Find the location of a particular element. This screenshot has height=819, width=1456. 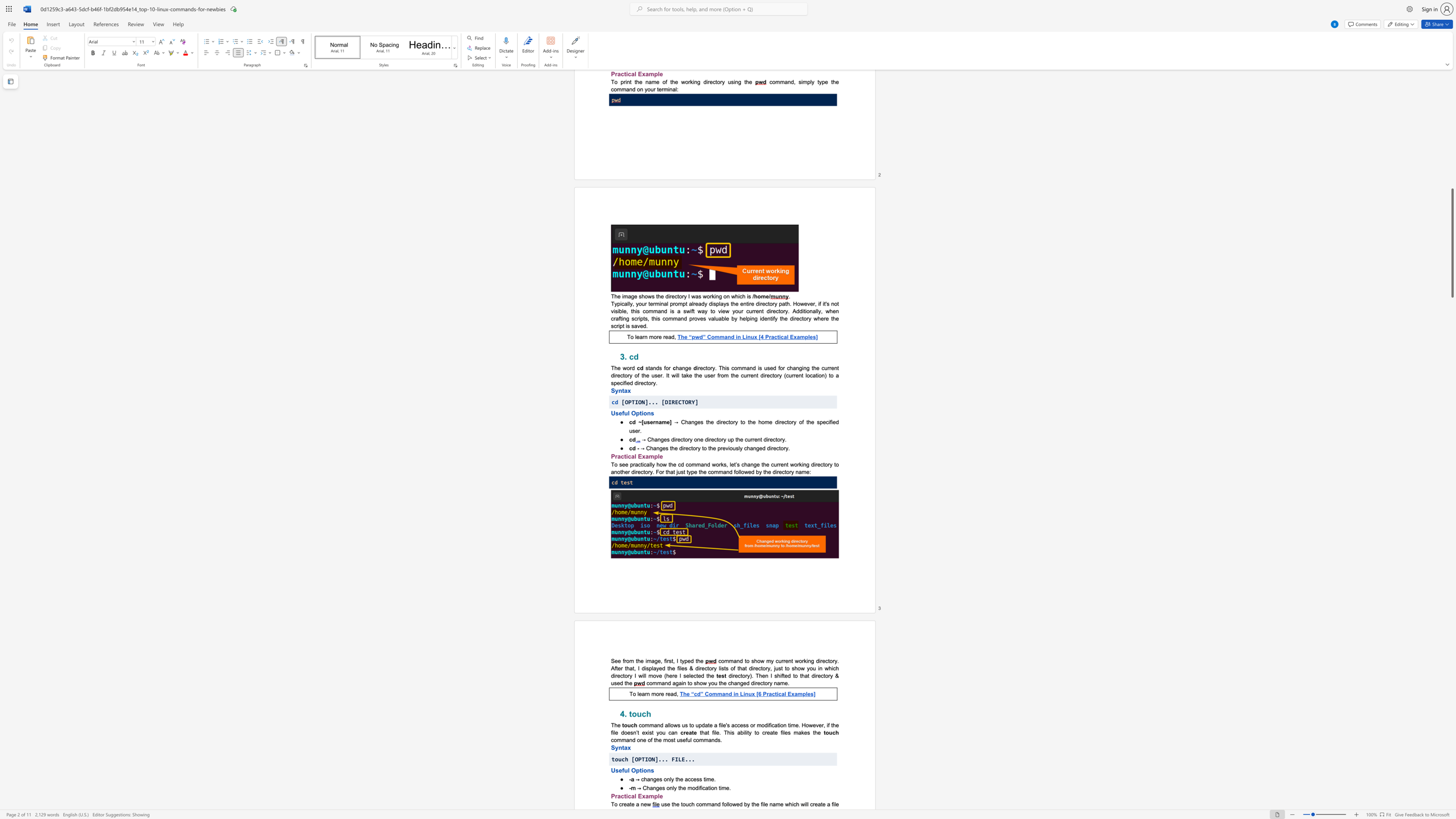

the subset text "ful Option" within the text "Useful Options" is located at coordinates (622, 770).